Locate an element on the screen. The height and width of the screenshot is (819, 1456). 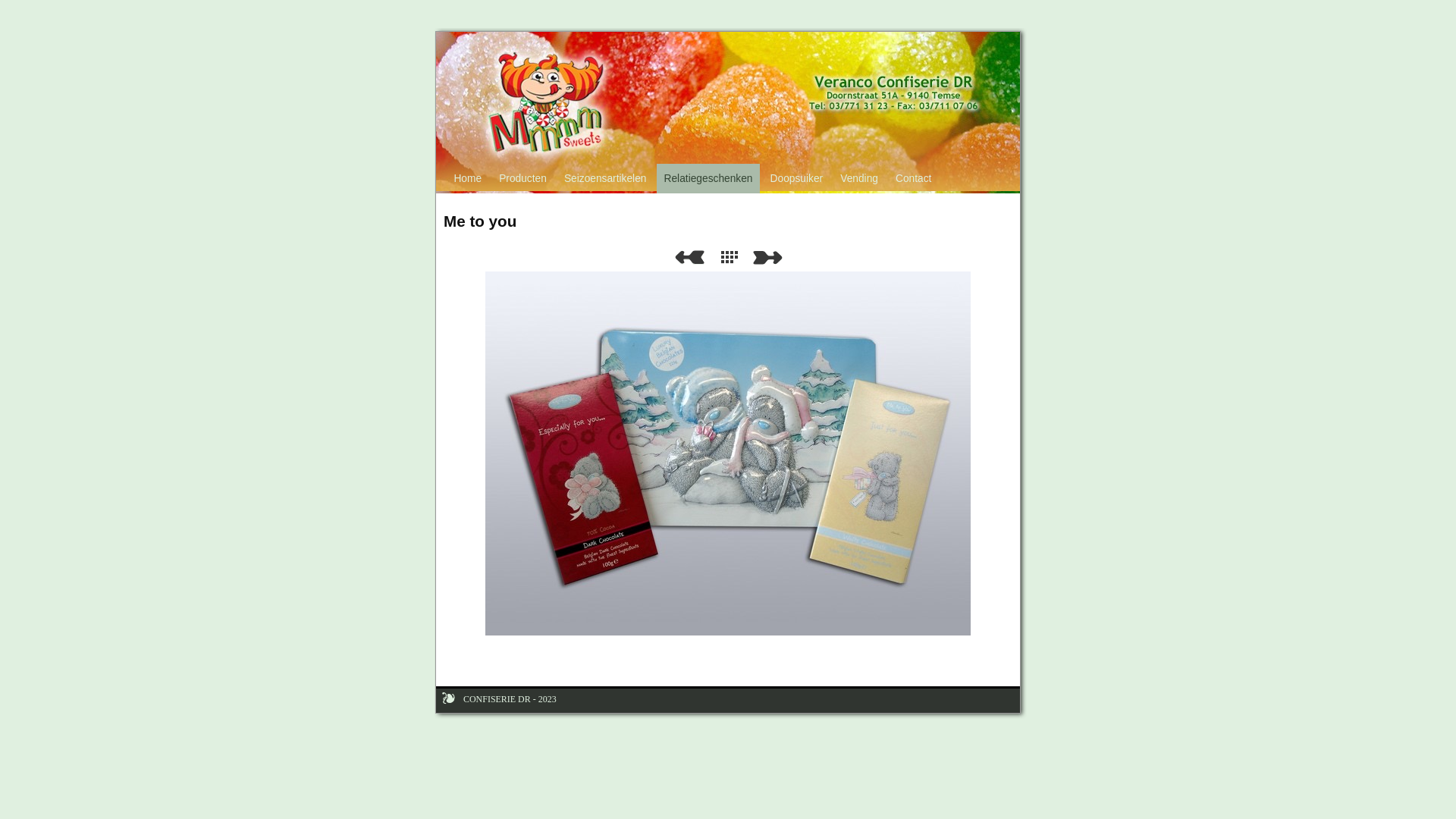
'Seizoensartikelen' is located at coordinates (604, 177).